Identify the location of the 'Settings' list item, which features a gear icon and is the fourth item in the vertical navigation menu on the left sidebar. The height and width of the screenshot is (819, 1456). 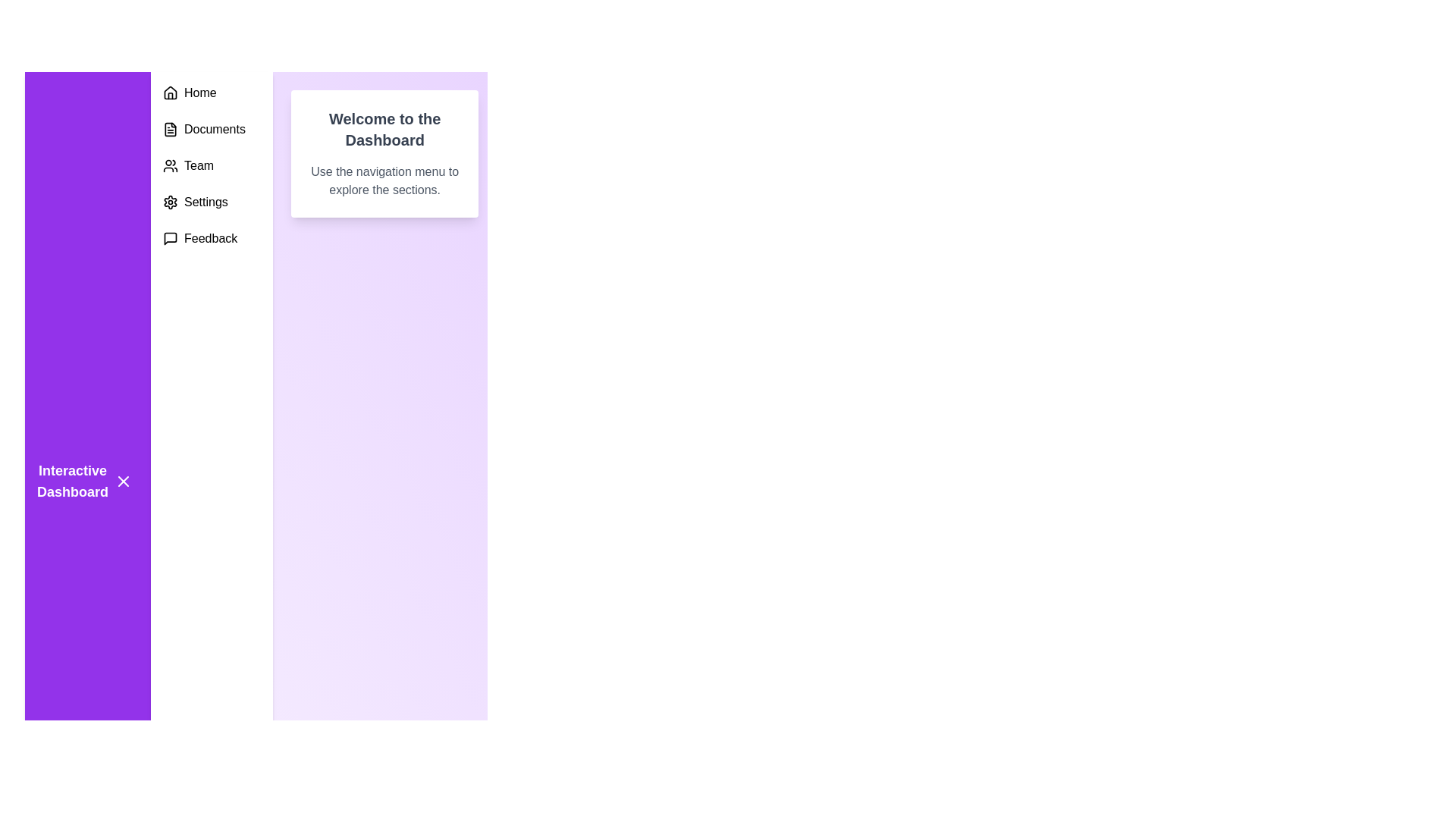
(211, 201).